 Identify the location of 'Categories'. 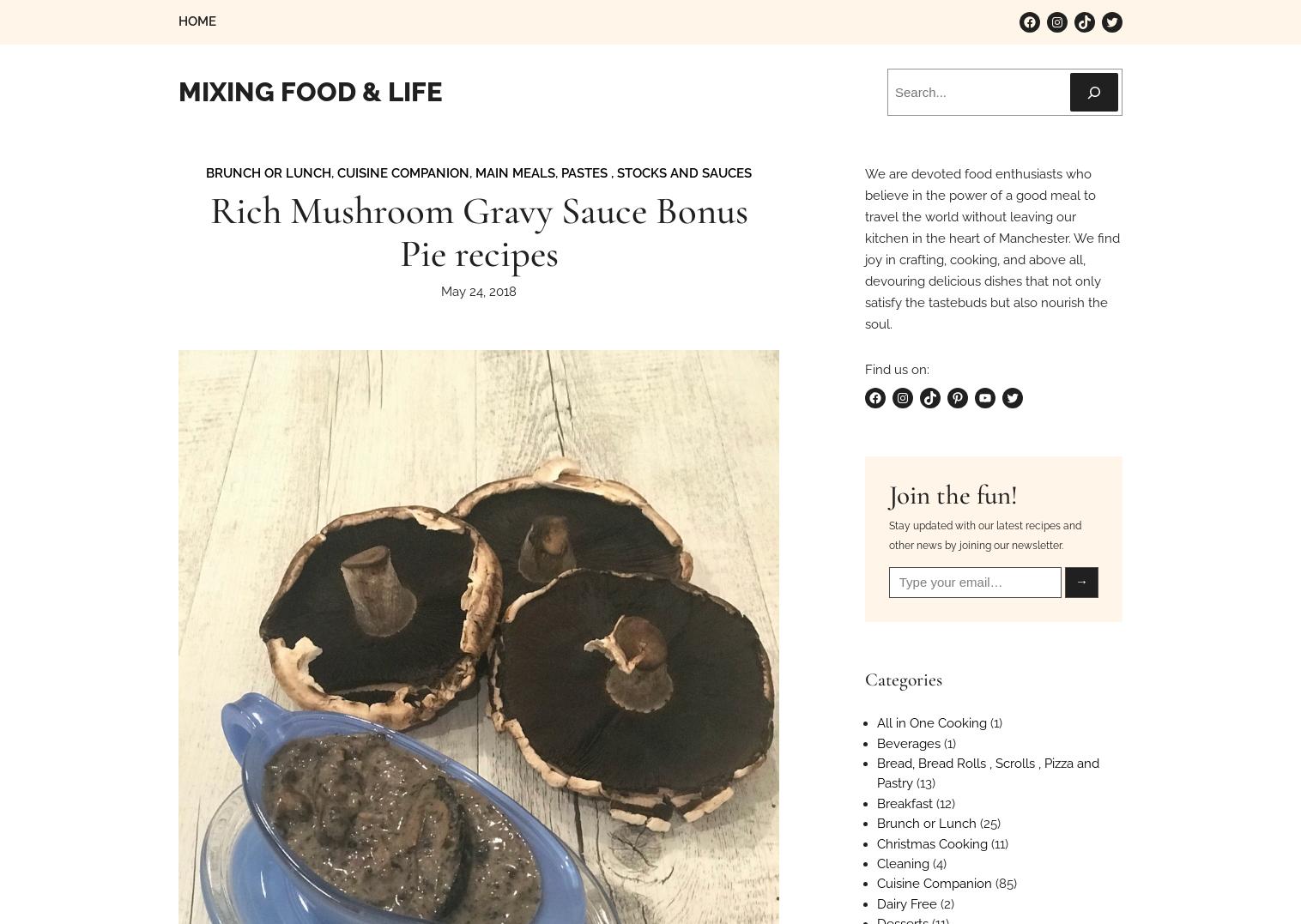
(863, 678).